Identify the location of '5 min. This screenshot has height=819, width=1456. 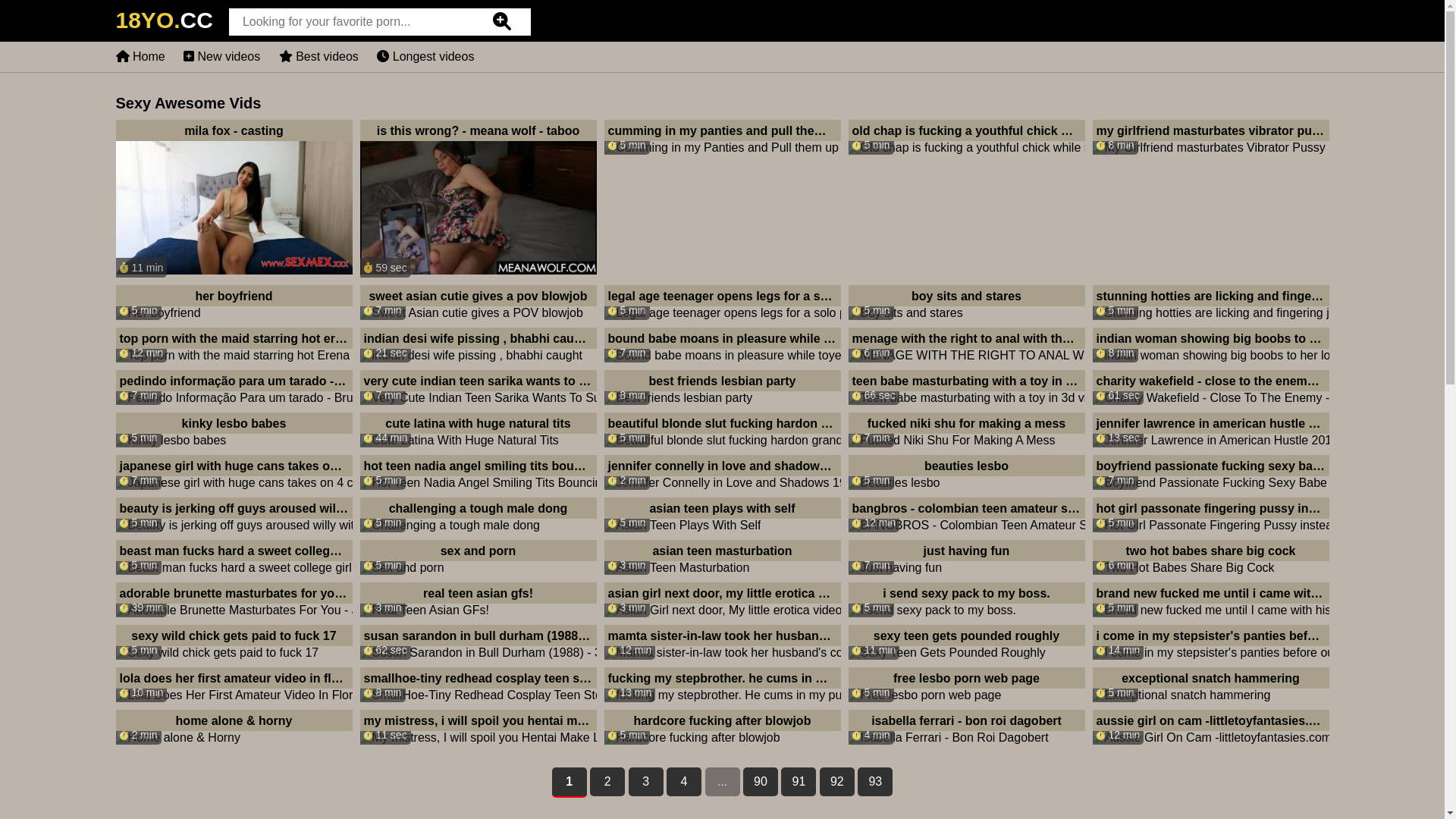
(965, 302).